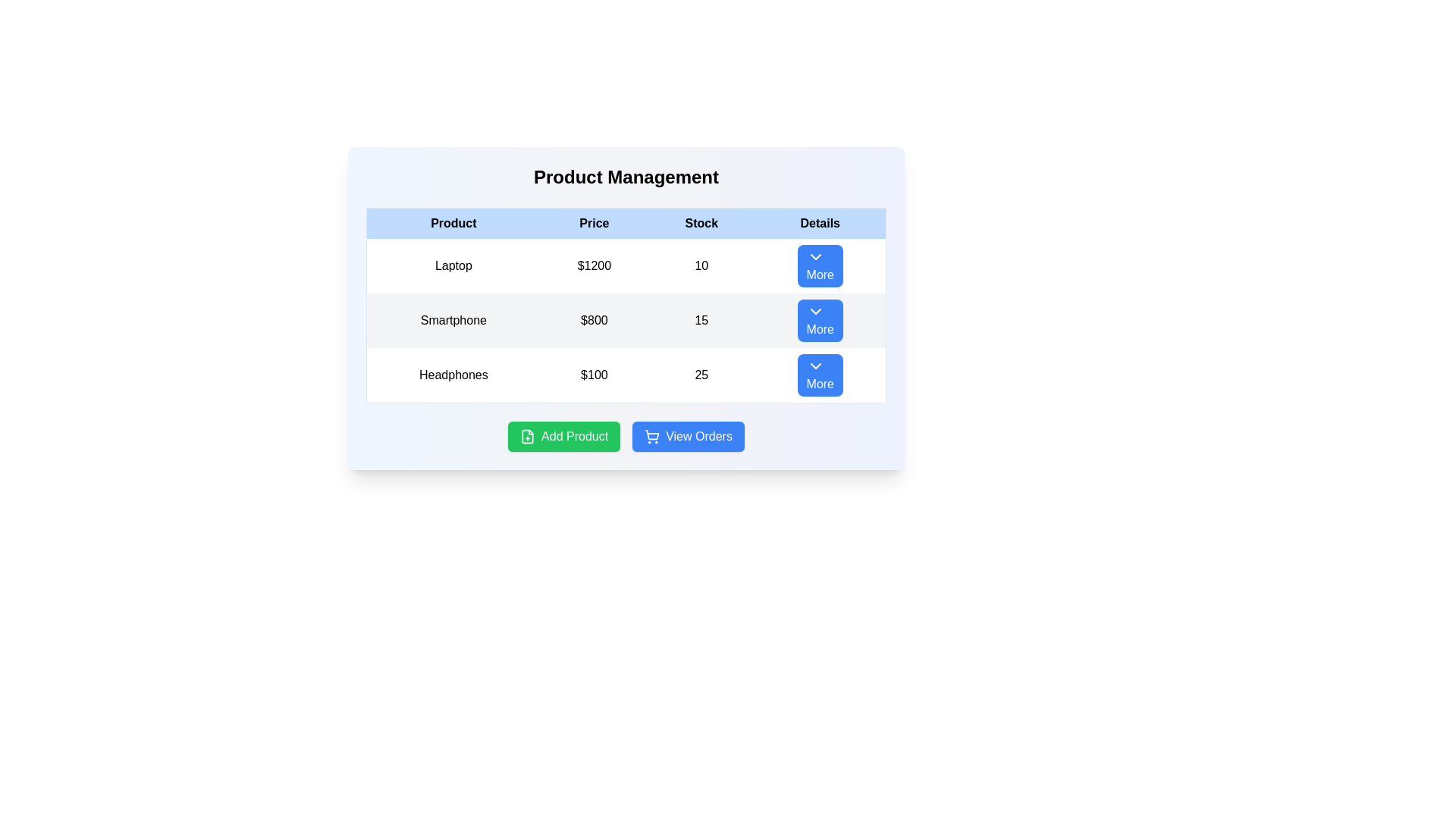 The width and height of the screenshot is (1456, 819). I want to click on the rectangular blue button labeled 'More' with a chevron icon, so click(820, 375).